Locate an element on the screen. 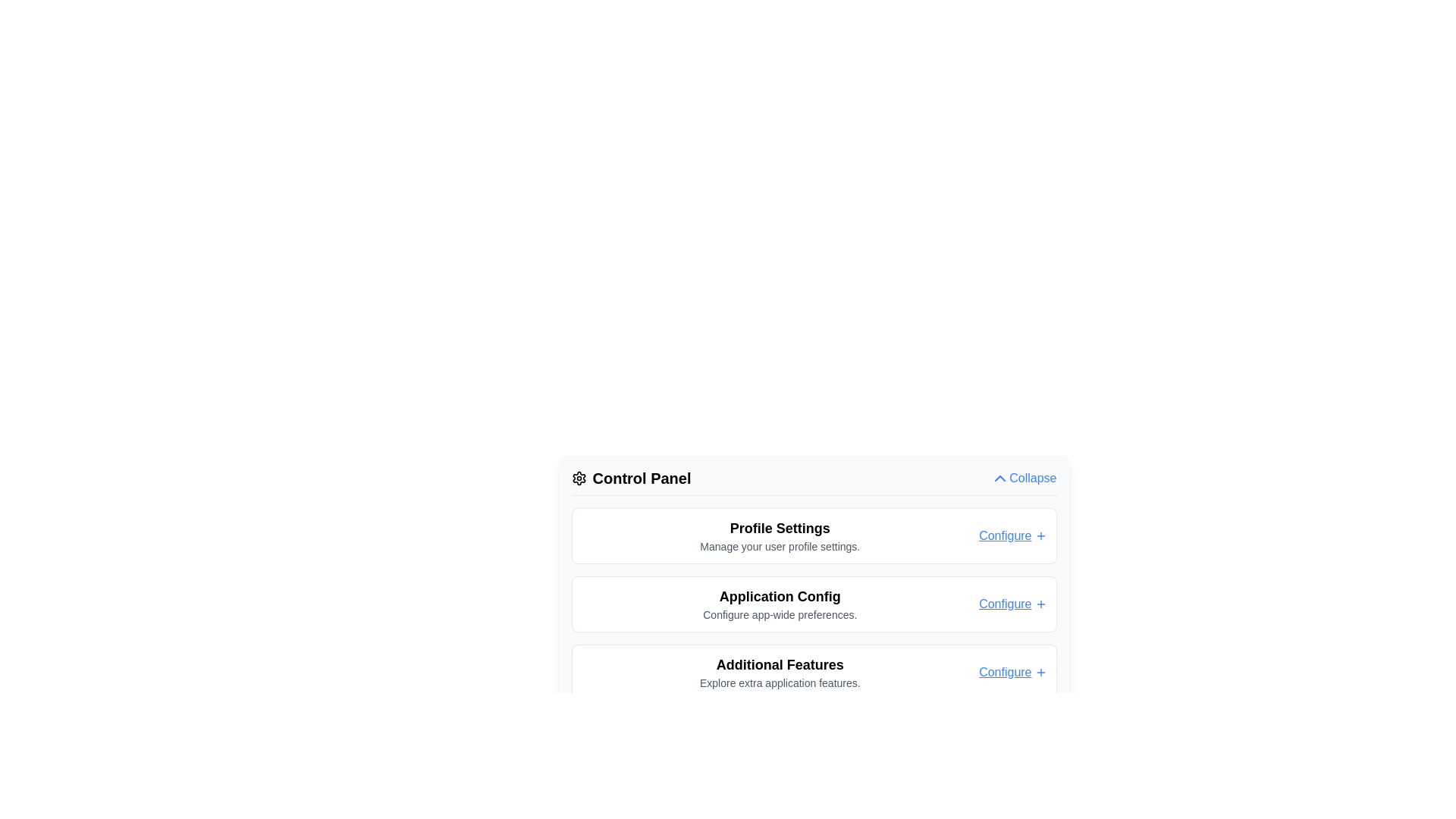  the collapse icon located to the immediate left of the text label 'Collapse' at the top-right corner of the control panel section is located at coordinates (1000, 479).